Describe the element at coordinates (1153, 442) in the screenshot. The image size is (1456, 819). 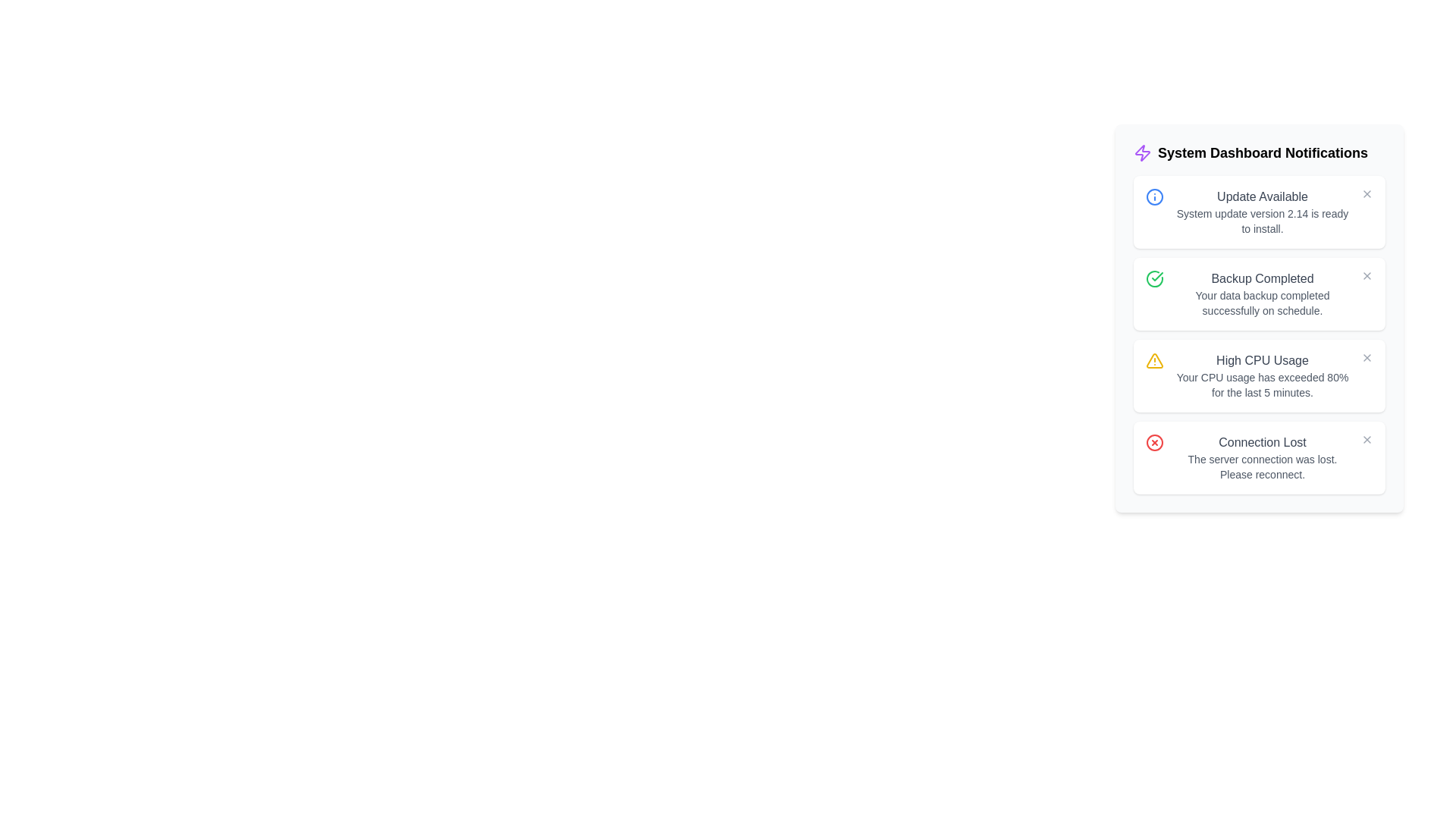
I see `the error notification icon indicating 'Connection Lost' located at the top-left corner of the notification box` at that location.